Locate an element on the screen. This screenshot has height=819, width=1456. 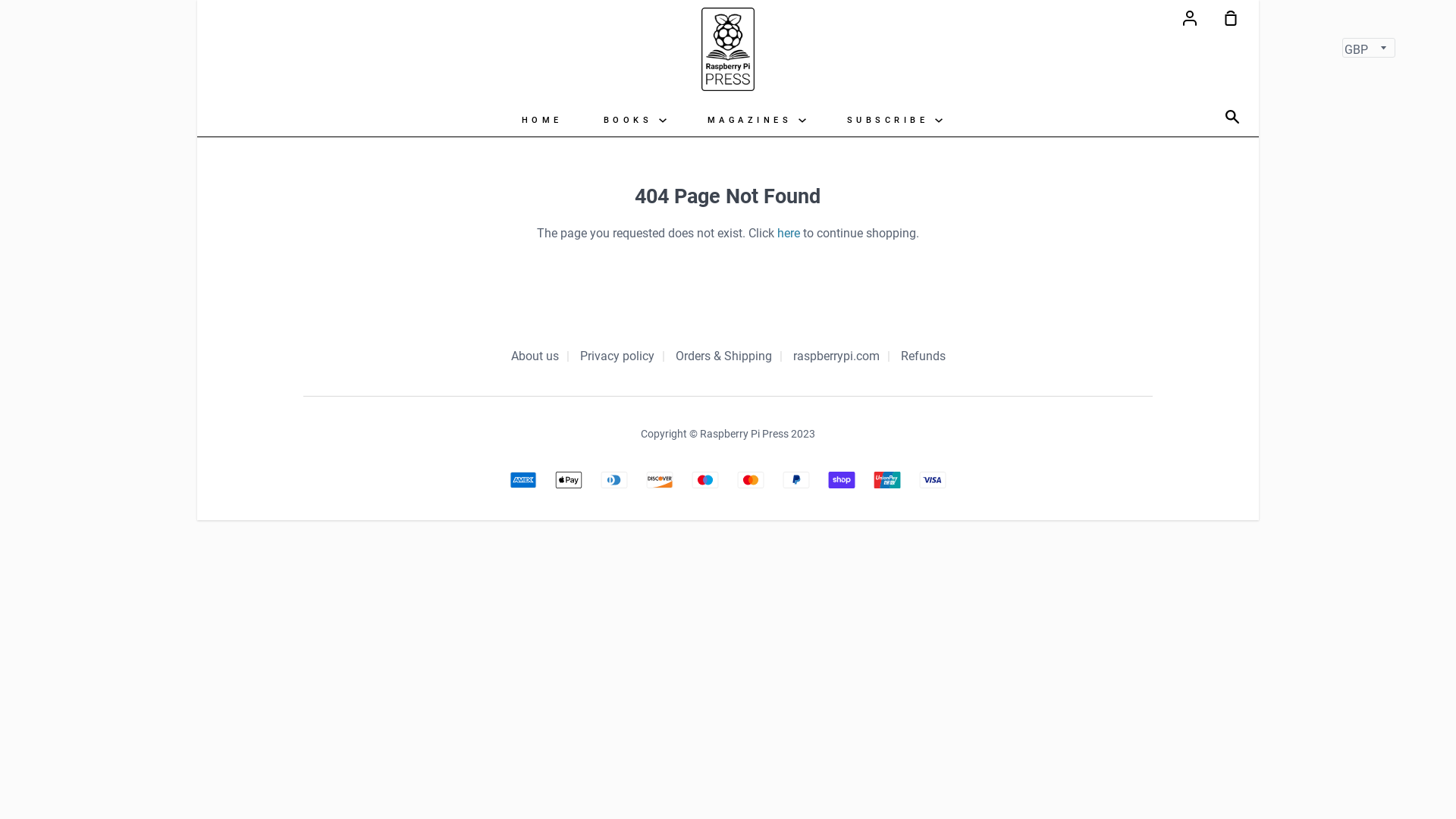
'here' is located at coordinates (789, 233).